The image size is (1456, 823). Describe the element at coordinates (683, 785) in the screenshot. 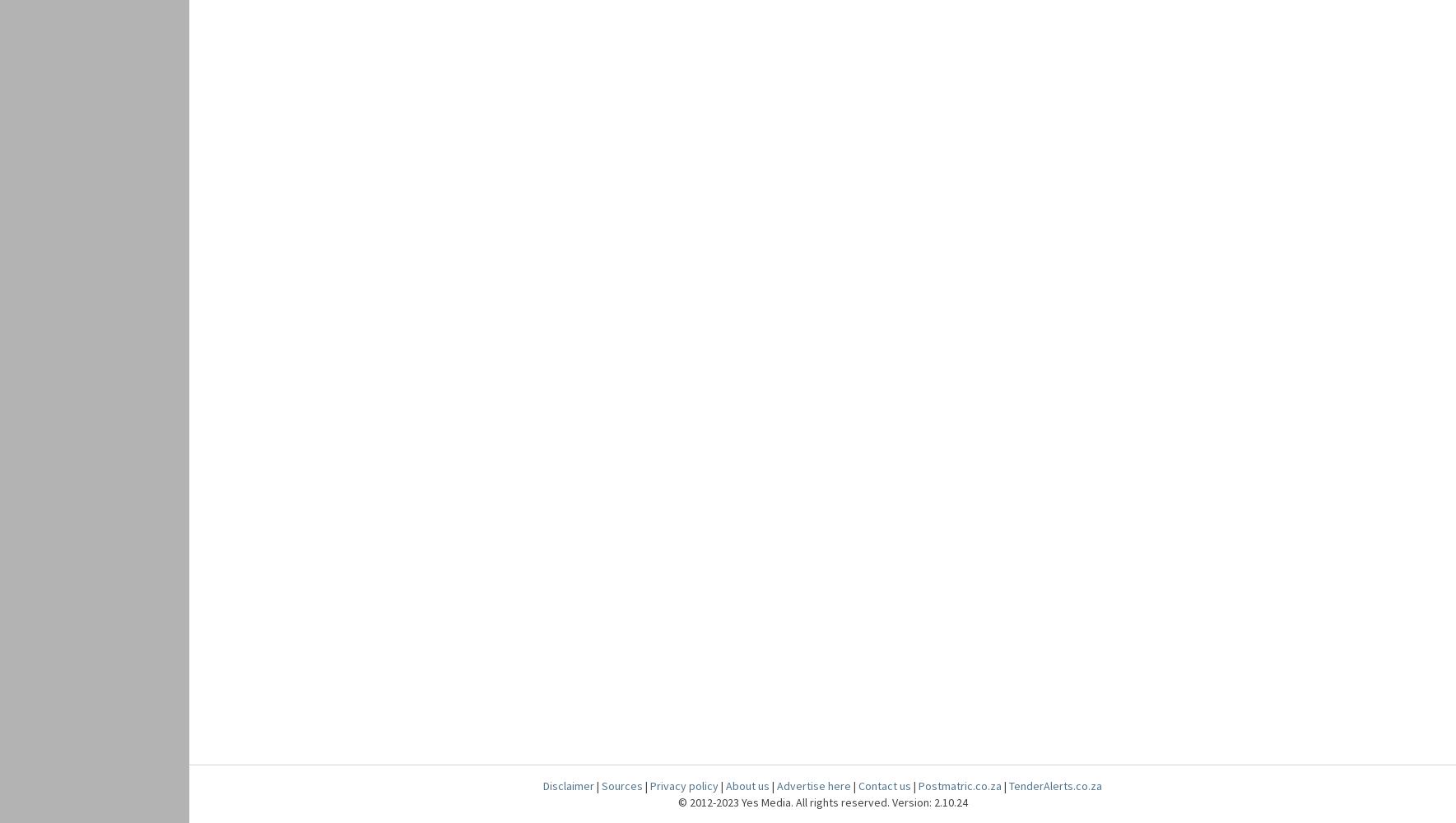

I see `'Privacy policy'` at that location.